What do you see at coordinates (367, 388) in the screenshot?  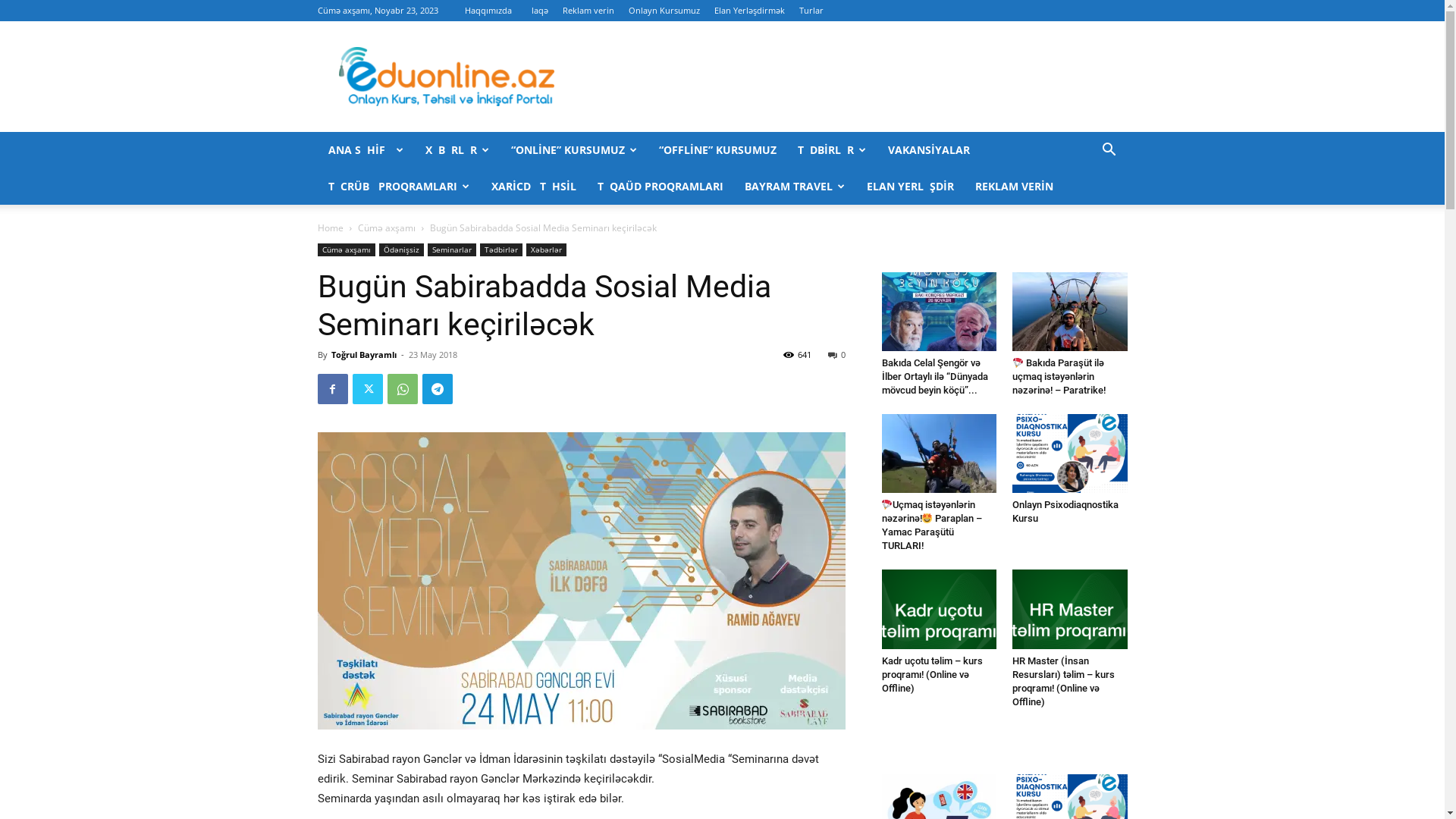 I see `'Twitter'` at bounding box center [367, 388].